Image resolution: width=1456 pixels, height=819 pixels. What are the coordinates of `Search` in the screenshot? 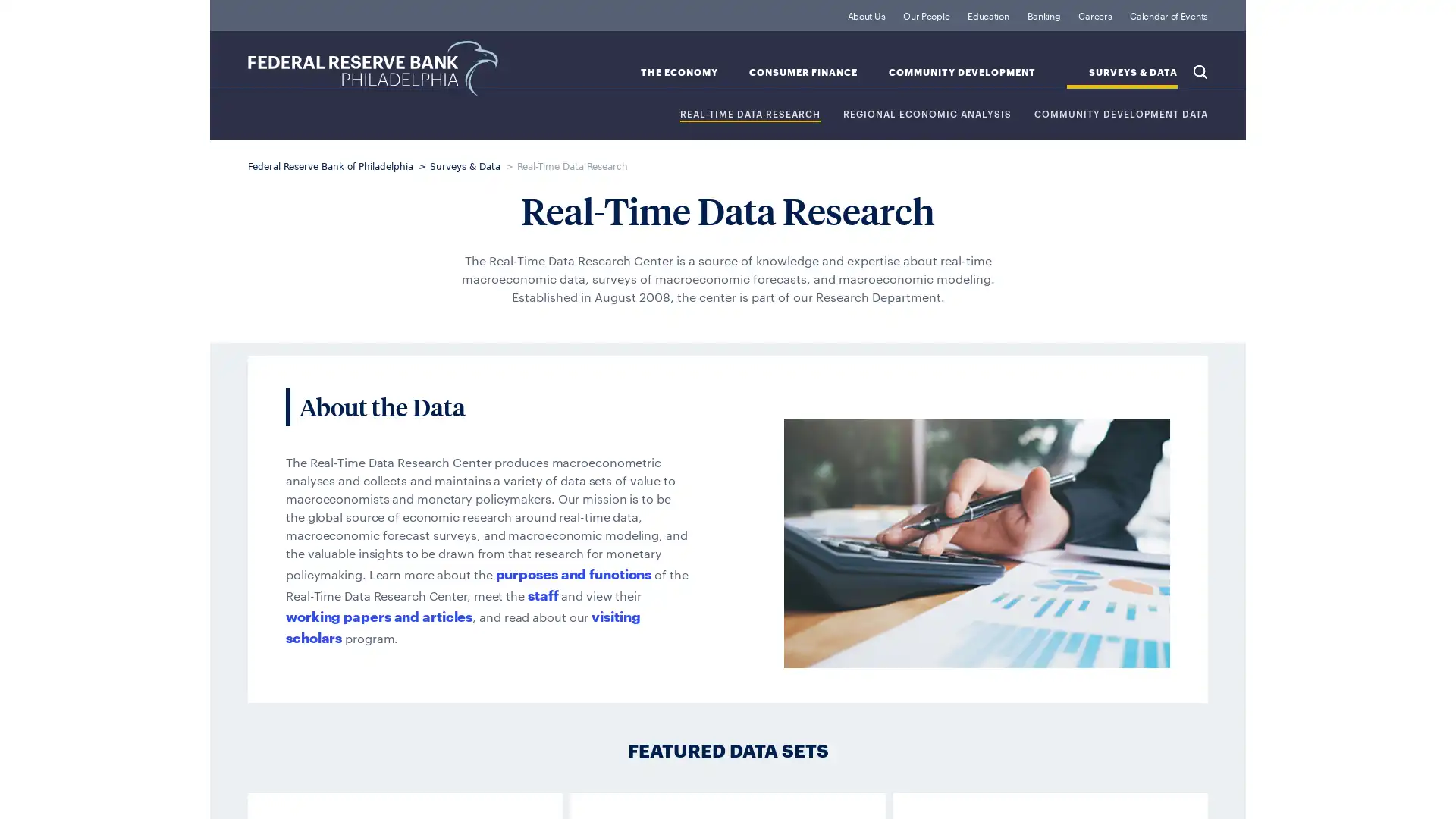 It's located at (1200, 71).